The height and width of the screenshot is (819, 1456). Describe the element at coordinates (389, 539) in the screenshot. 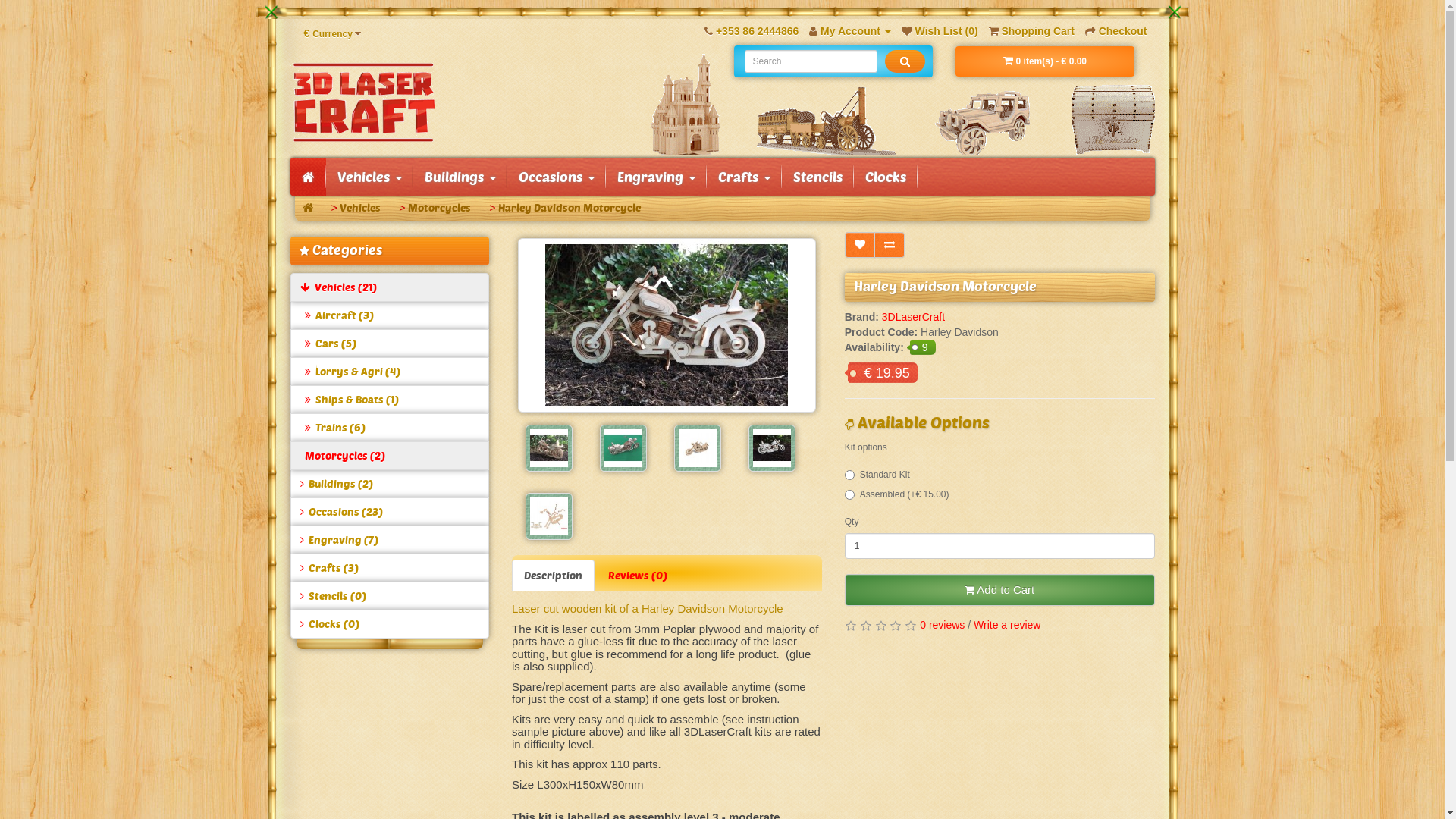

I see `'  Engraving (7)'` at that location.